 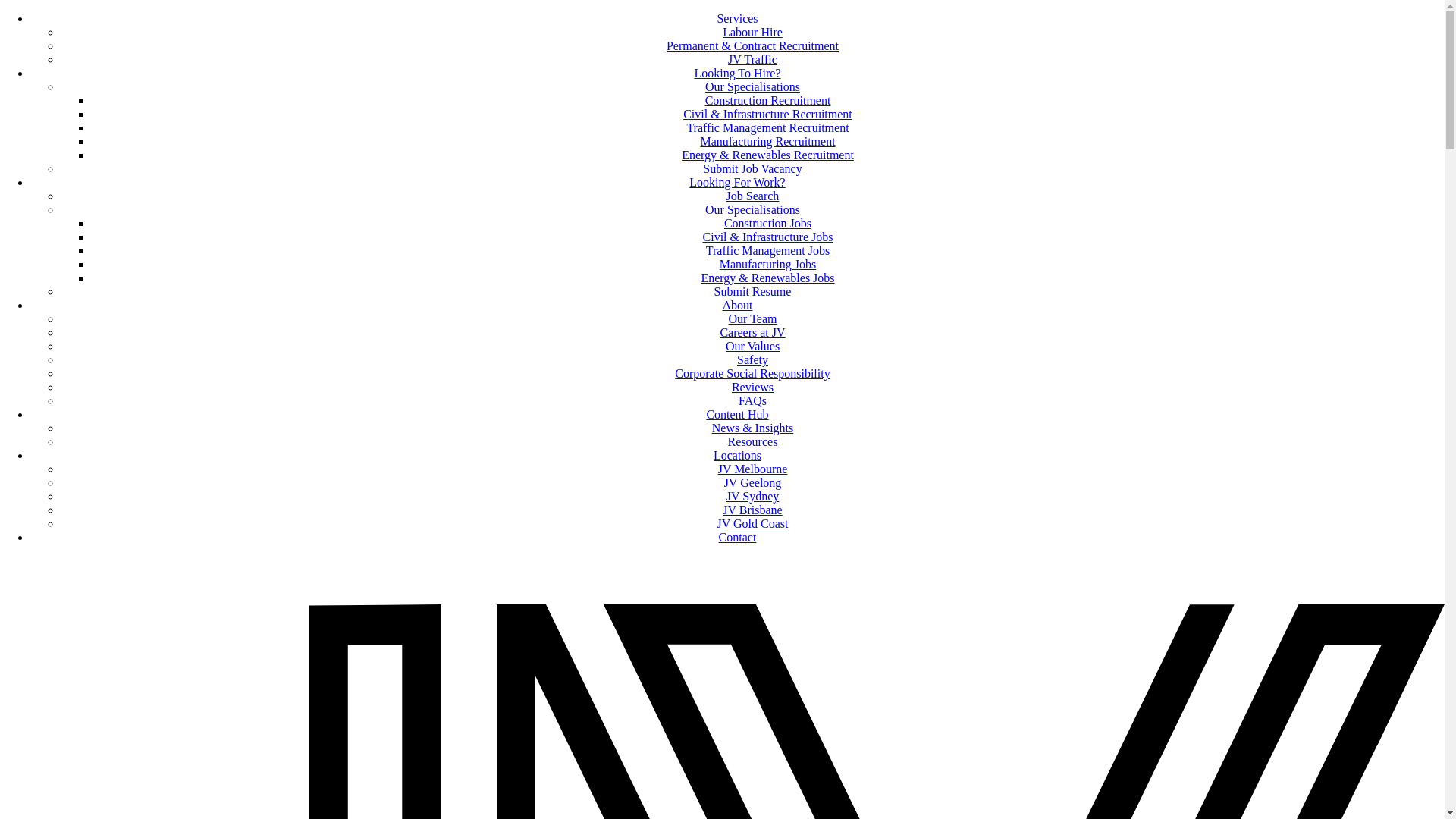 I want to click on 'Reviews', so click(x=752, y=386).